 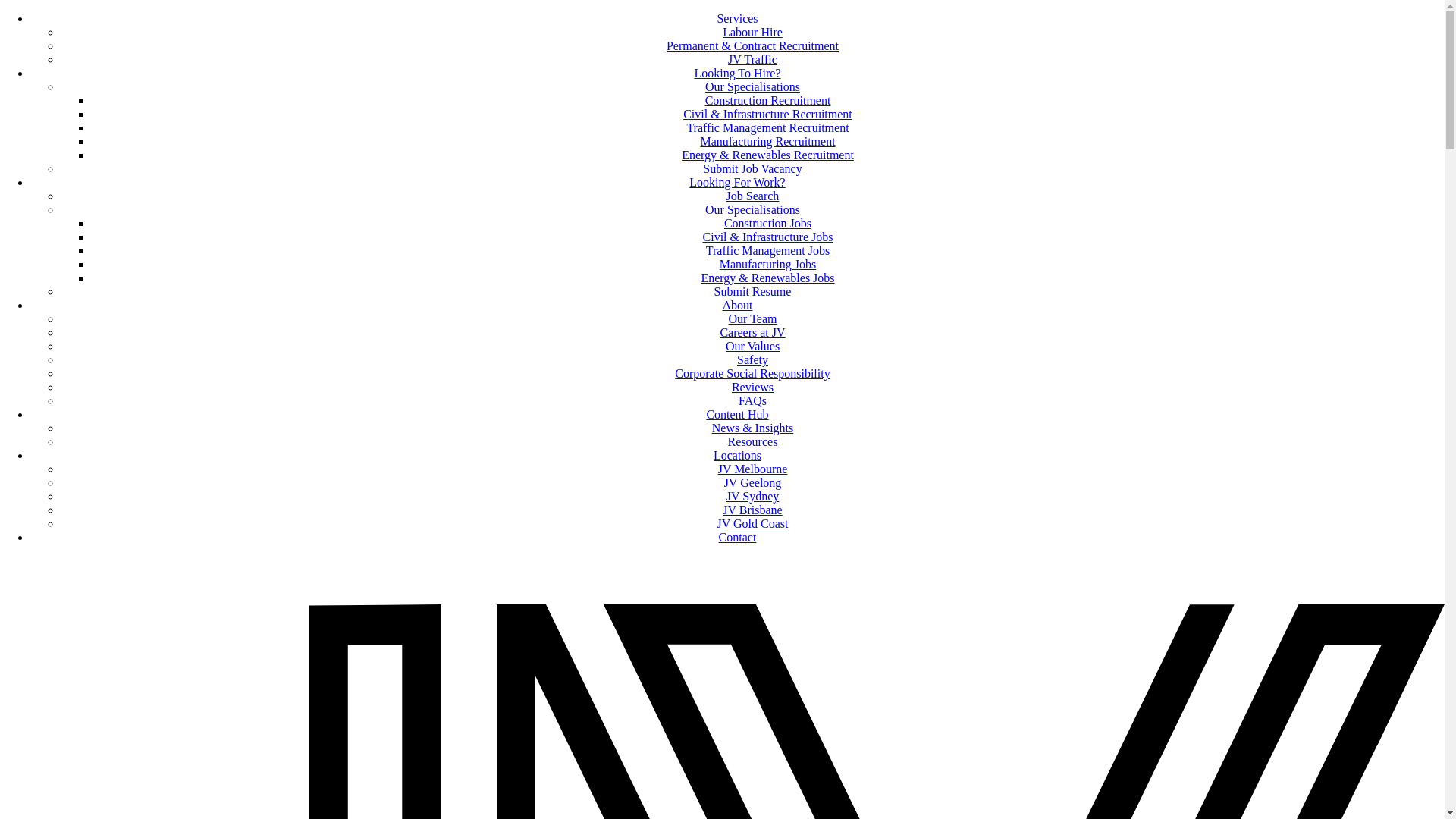 I want to click on 'Reviews', so click(x=752, y=386).